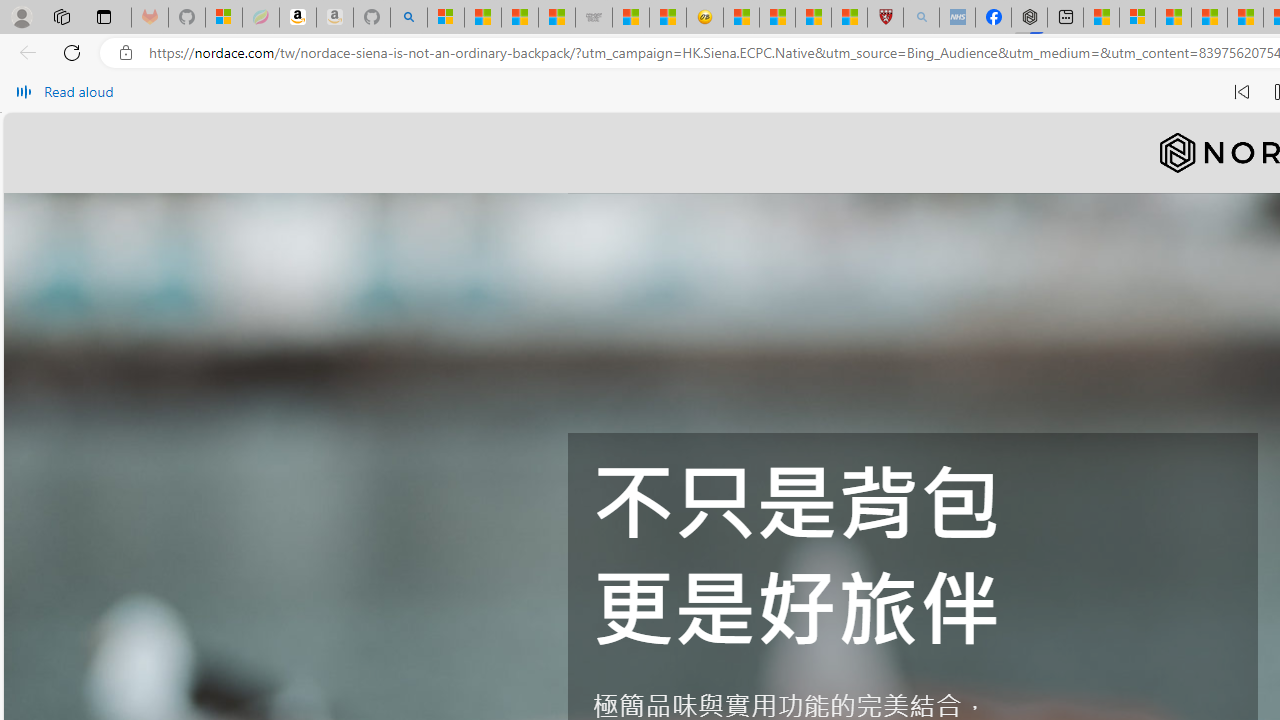 The height and width of the screenshot is (720, 1280). I want to click on 'Nordace - Nordace Siena Is Not An Ordinary Backpack', so click(1029, 17).